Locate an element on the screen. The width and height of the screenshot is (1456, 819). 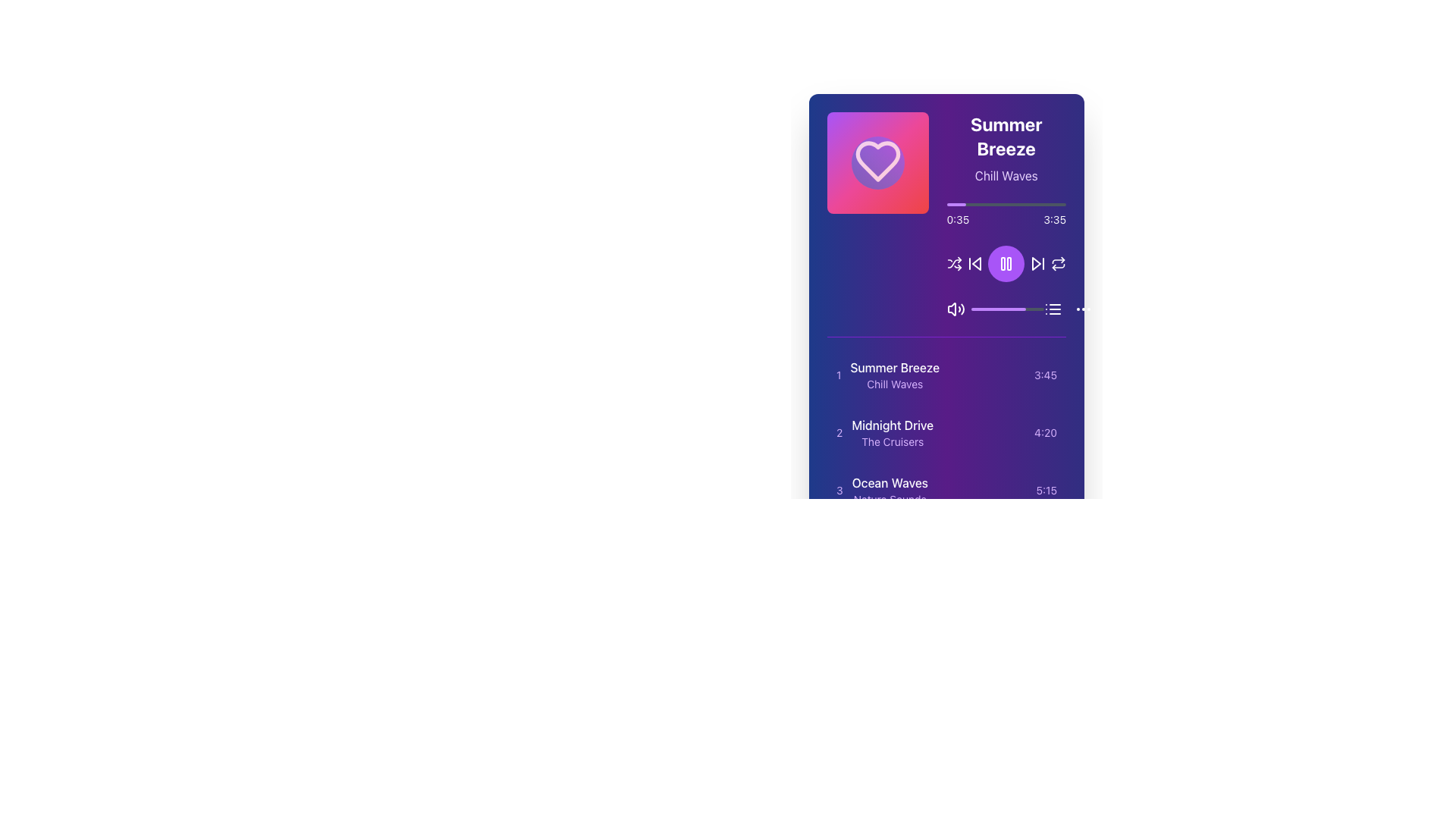
the progress bar, which has a gray background and a purple filled segment, to seek to a specific point is located at coordinates (1007, 309).